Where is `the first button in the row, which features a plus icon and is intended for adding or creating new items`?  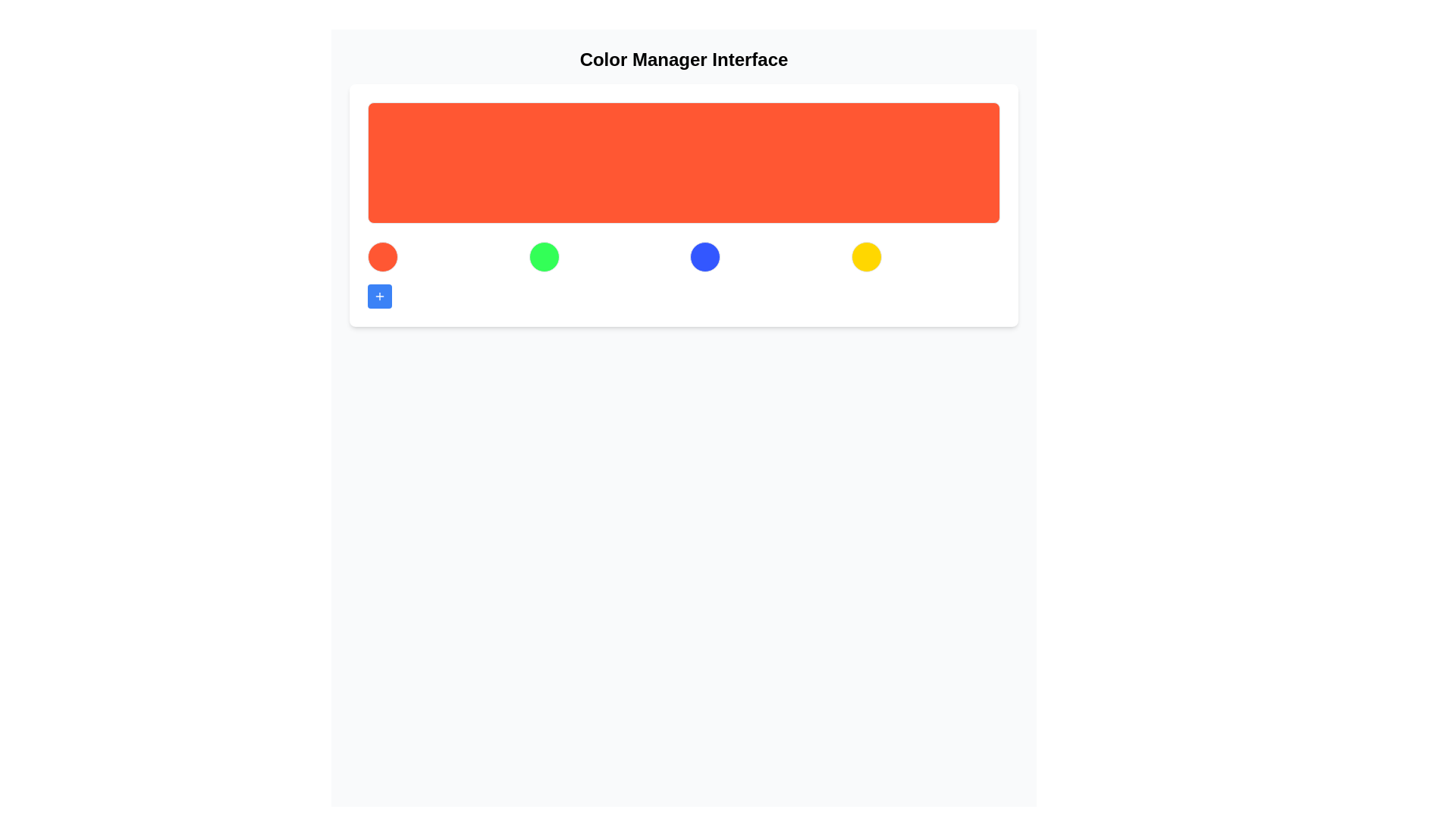
the first button in the row, which features a plus icon and is intended for adding or creating new items is located at coordinates (379, 296).